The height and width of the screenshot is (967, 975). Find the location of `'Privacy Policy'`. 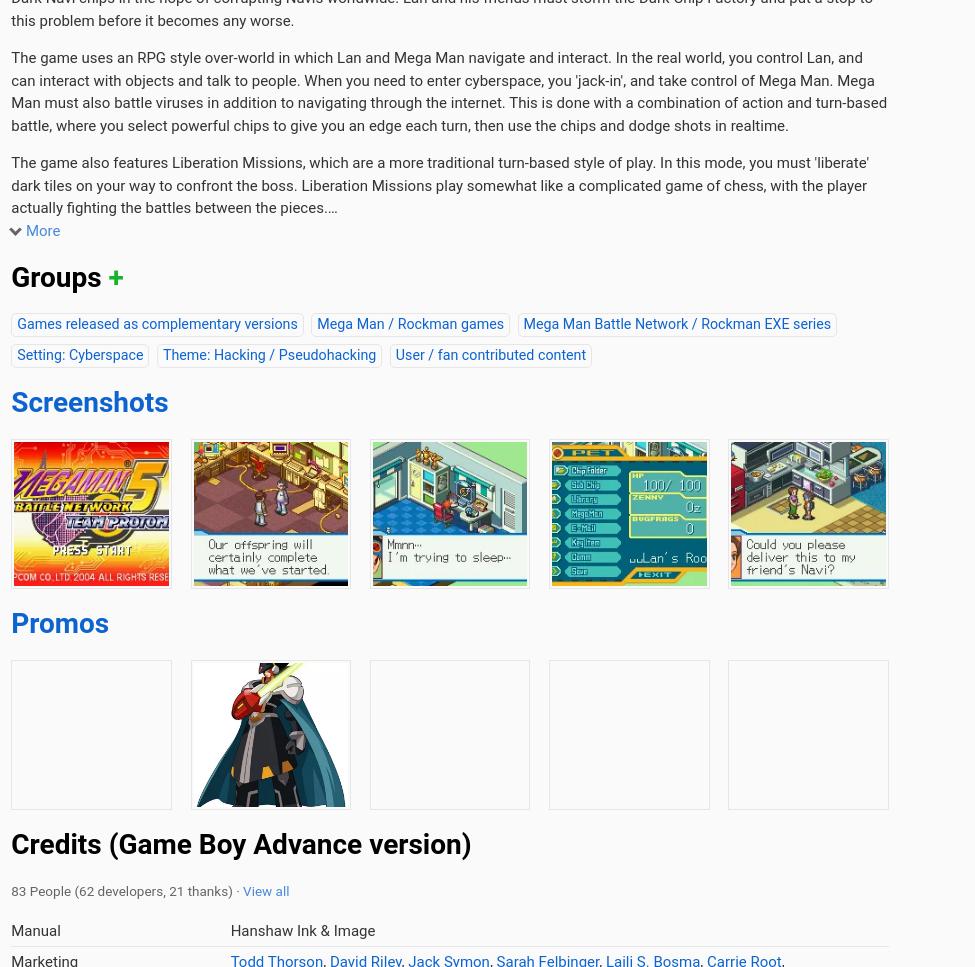

'Privacy Policy' is located at coordinates (461, 451).